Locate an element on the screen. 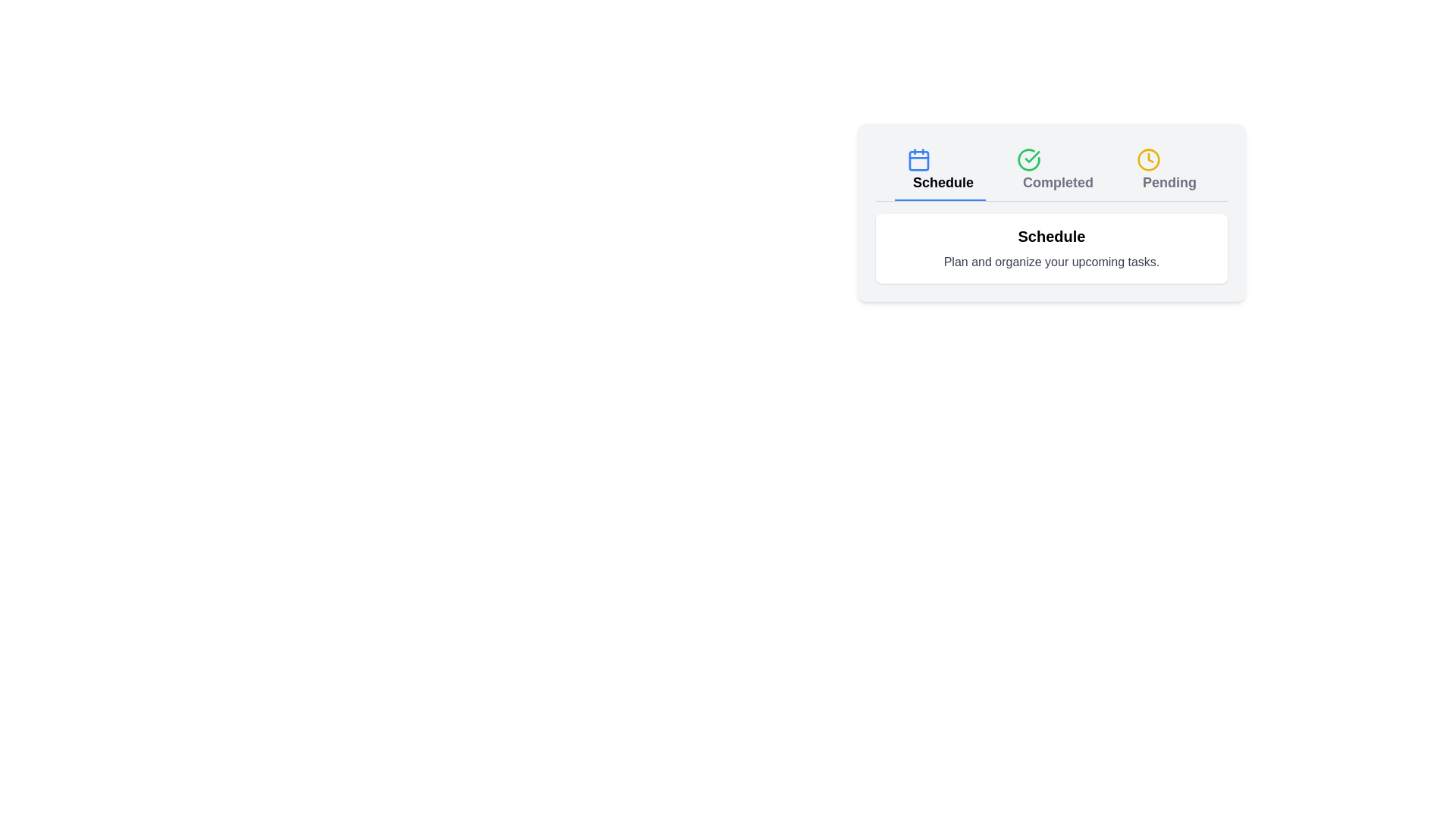  the tab button corresponding to Pending is located at coordinates (1165, 171).